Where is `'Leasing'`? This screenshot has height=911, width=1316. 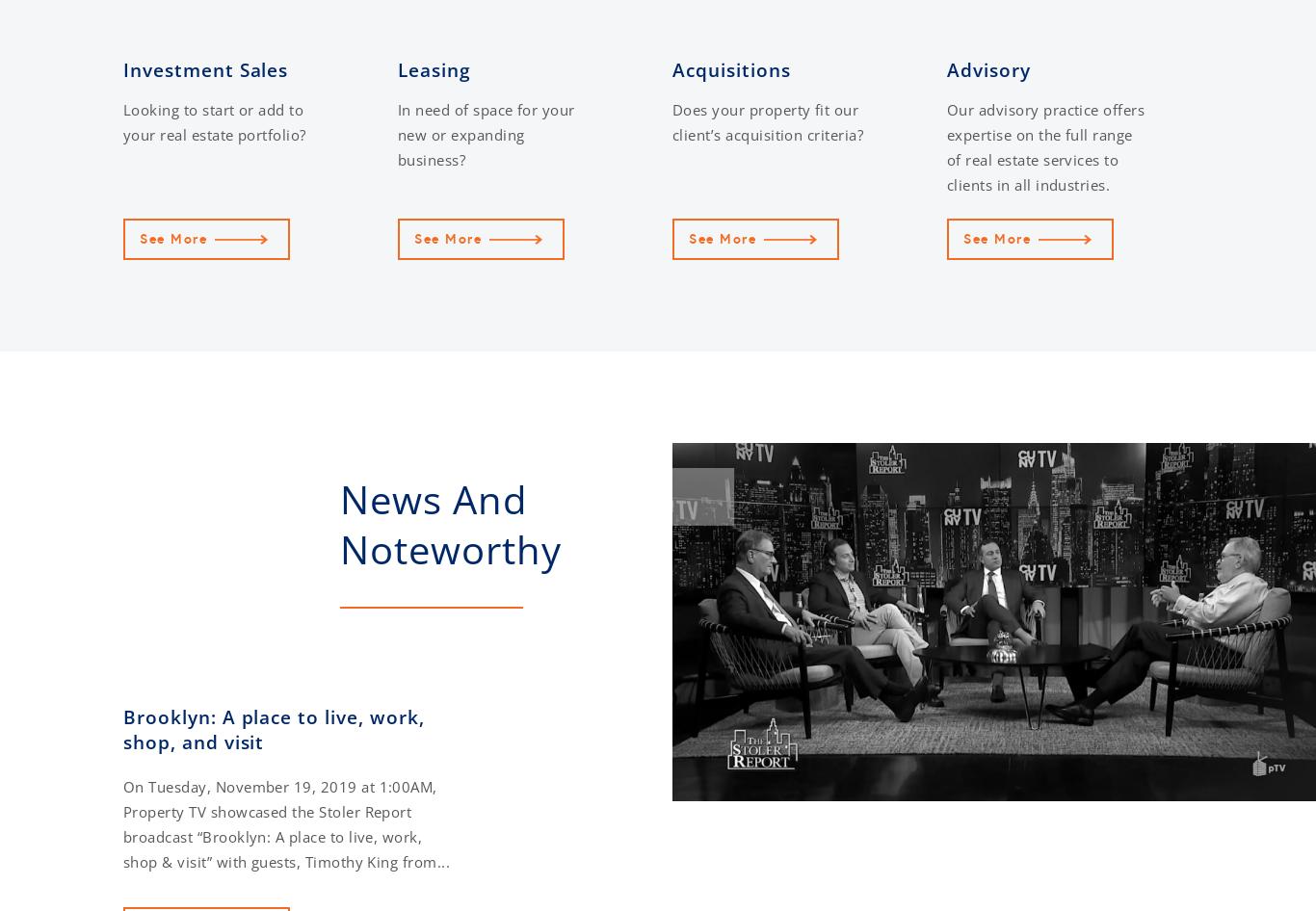
'Leasing' is located at coordinates (433, 70).